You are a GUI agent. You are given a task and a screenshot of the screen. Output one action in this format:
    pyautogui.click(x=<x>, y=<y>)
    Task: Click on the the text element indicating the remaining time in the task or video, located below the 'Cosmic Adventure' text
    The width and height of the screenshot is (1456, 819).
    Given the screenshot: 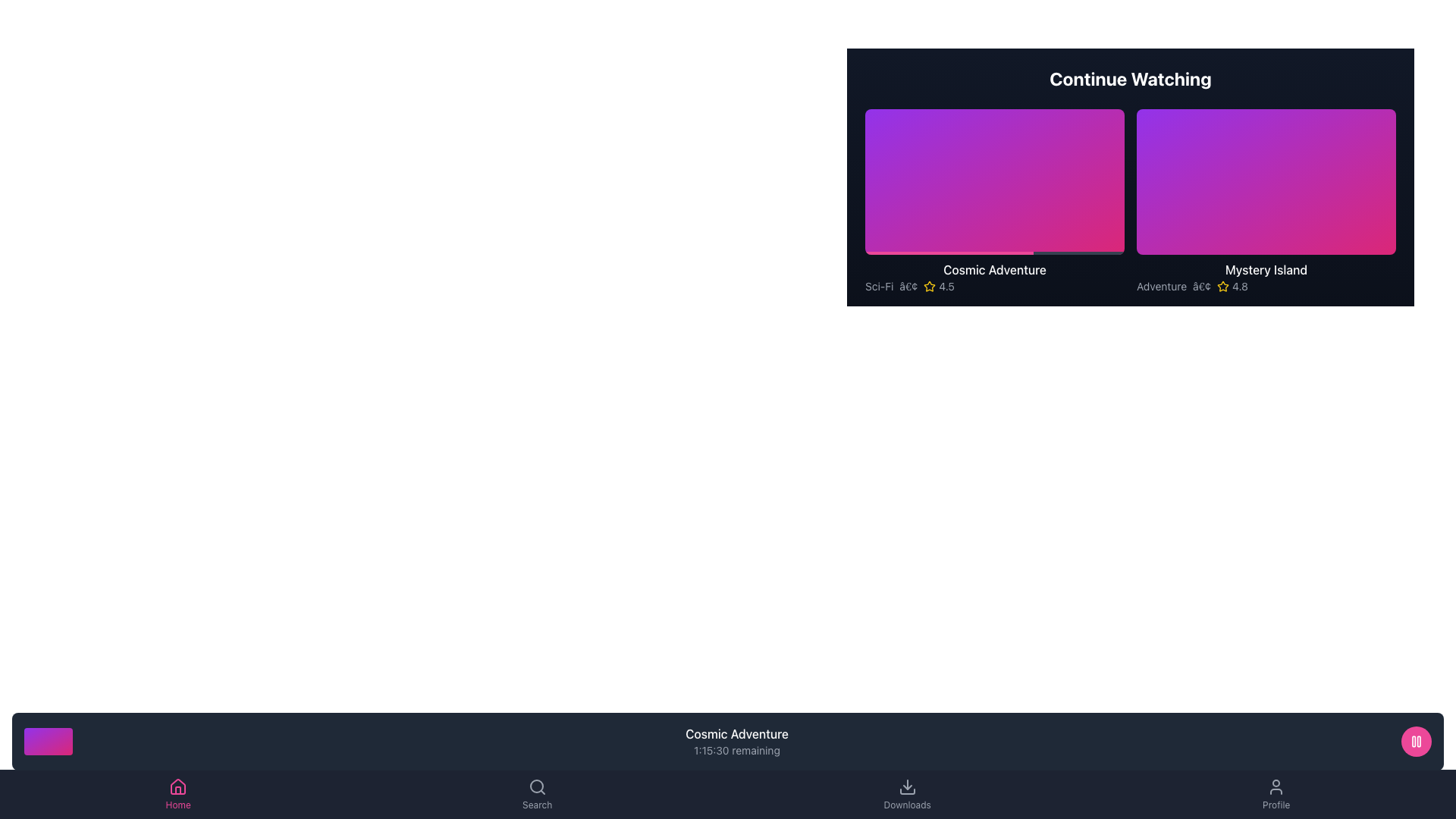 What is the action you would take?
    pyautogui.click(x=736, y=751)
    